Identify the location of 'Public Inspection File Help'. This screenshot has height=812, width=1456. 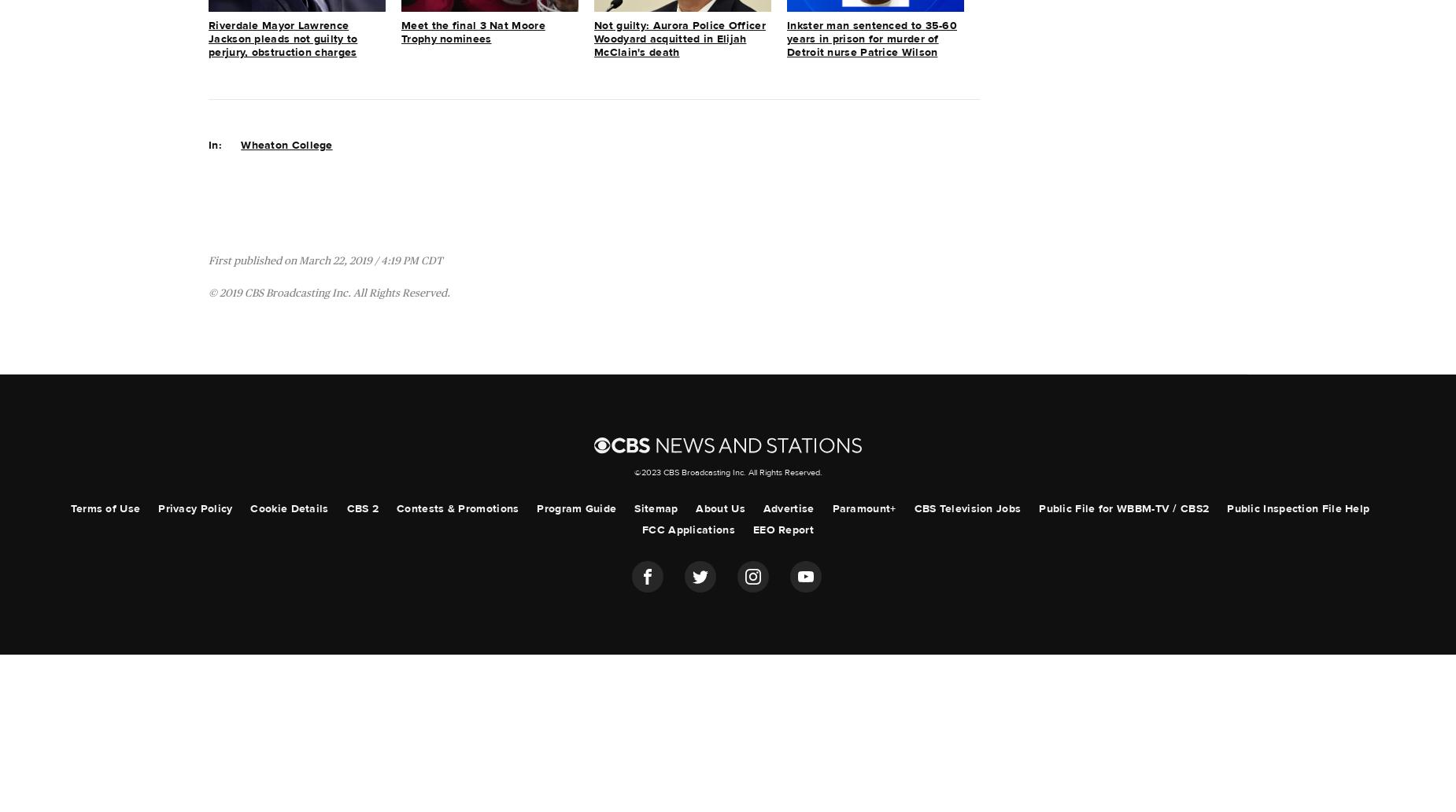
(1226, 507).